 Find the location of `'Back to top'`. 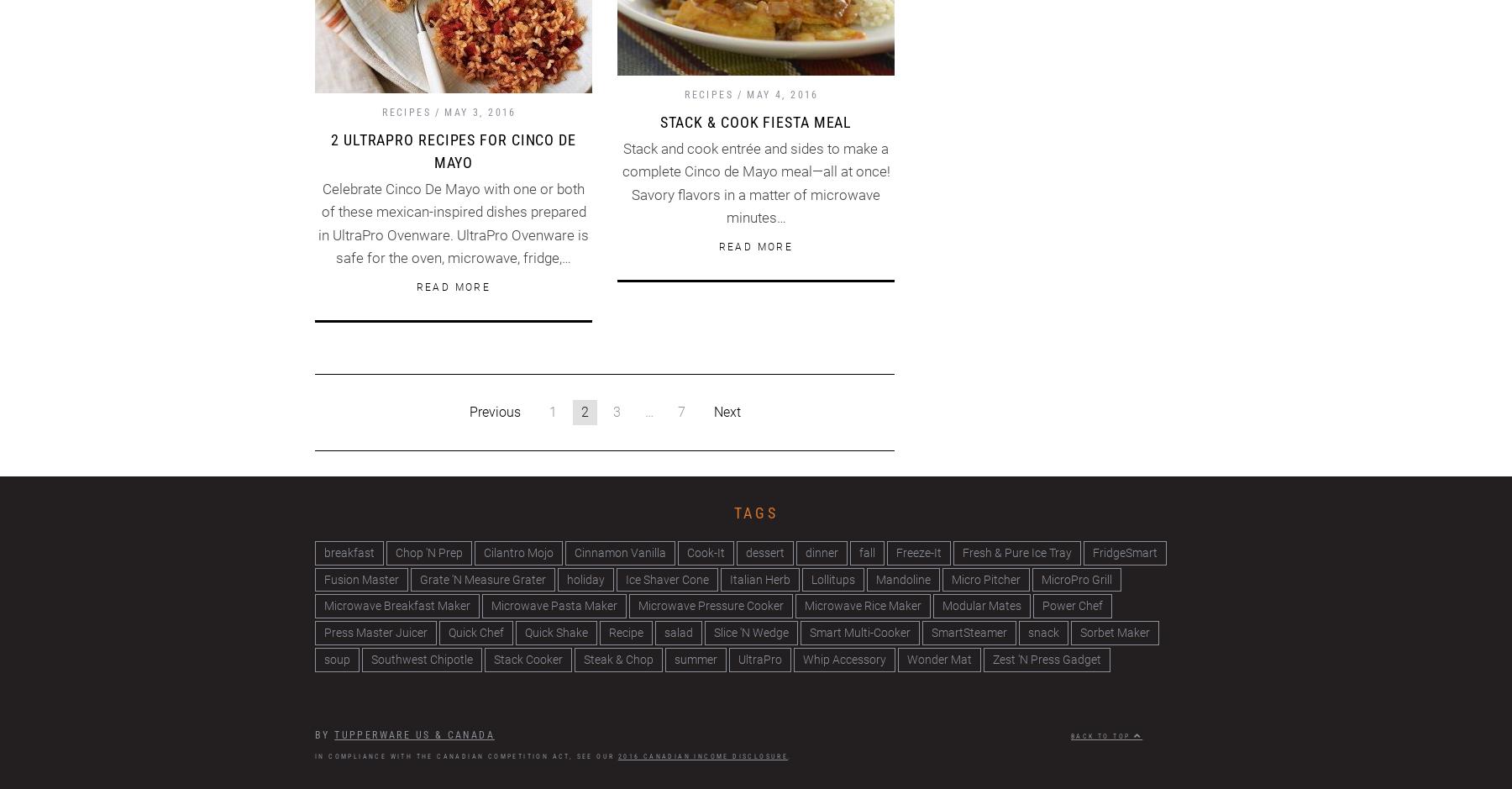

'Back to top' is located at coordinates (1102, 734).